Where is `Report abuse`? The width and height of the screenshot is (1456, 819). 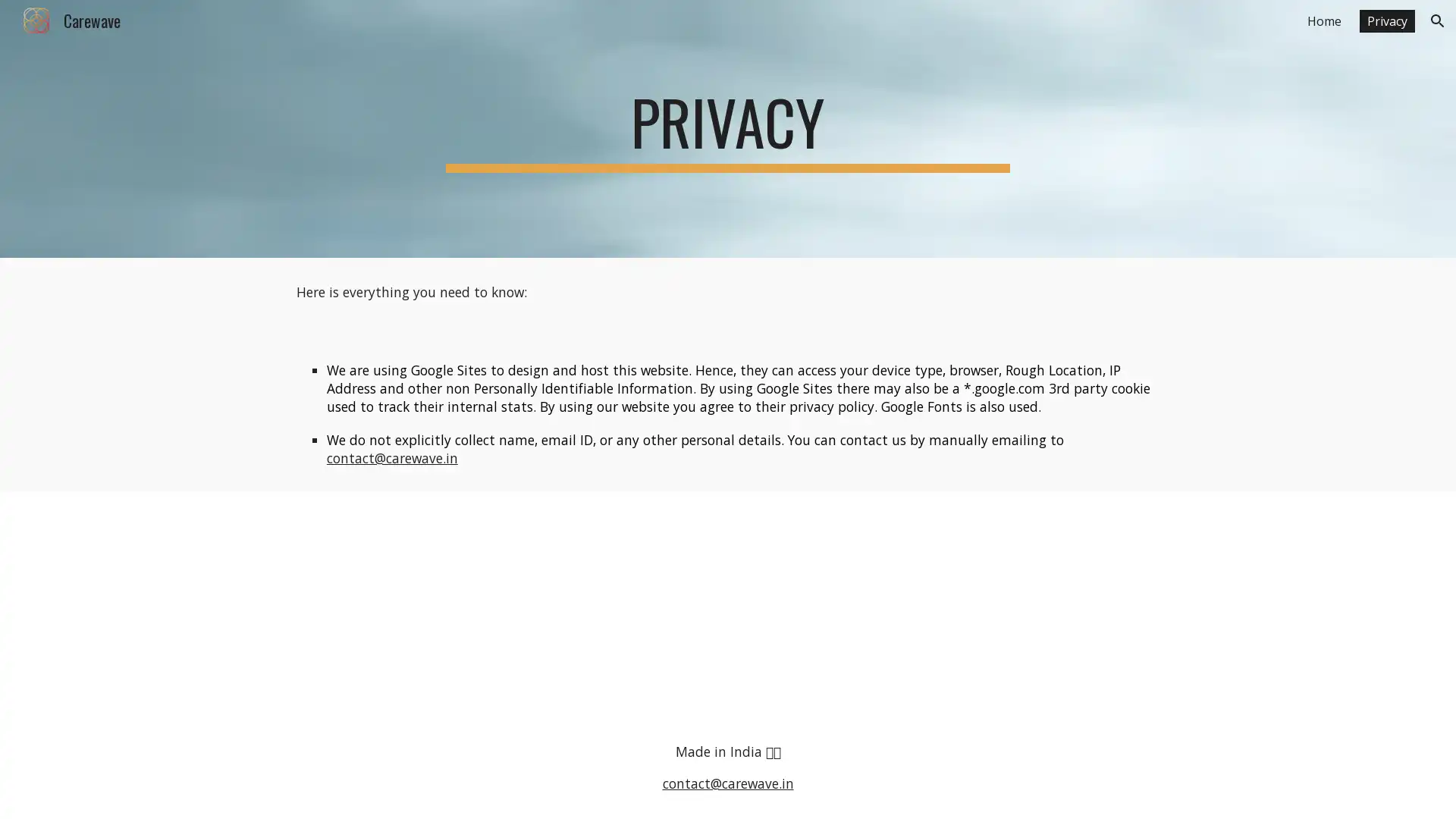
Report abuse is located at coordinates (139, 792).